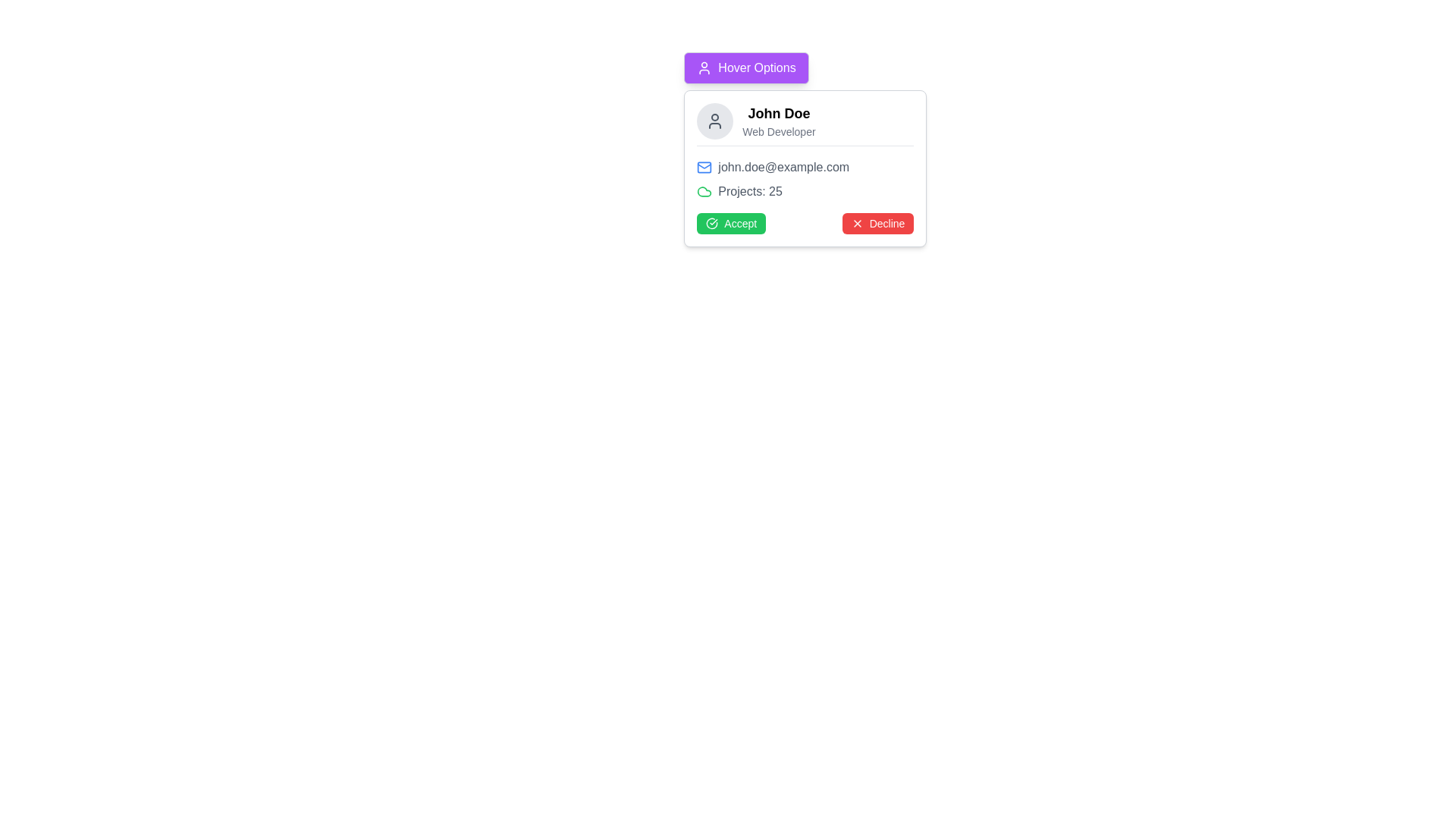 The image size is (1456, 819). Describe the element at coordinates (711, 223) in the screenshot. I see `the design of the circular checkmark icon located to the right of the 'Accept' button text label, which has a green background and serves as an action marker` at that location.